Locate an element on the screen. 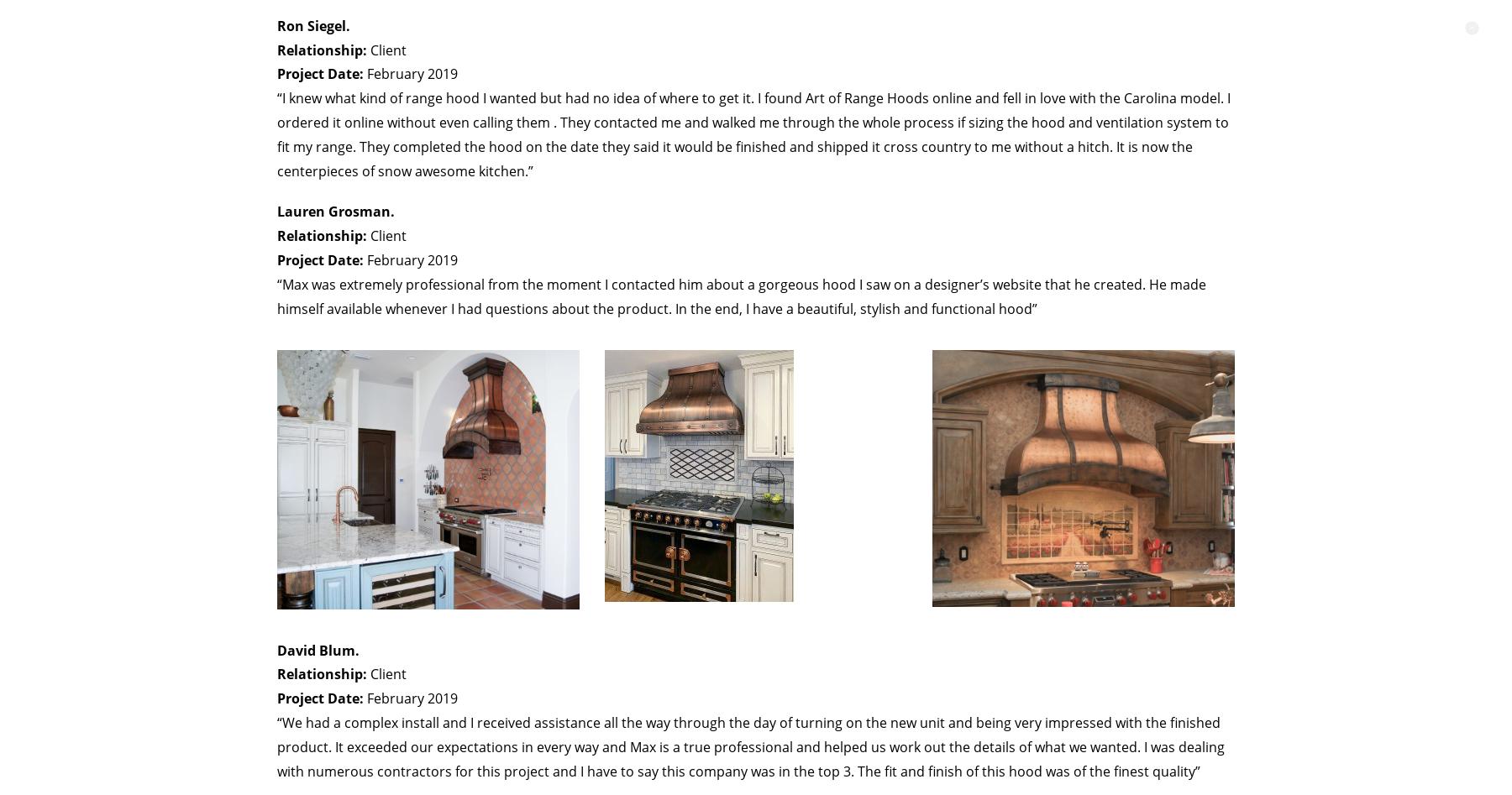 The width and height of the screenshot is (1512, 795). '“I knew what kind of range hood I wanted but had no idea of where to get it. I found Art of Range Hoods online and fell in love with the Carolina model. I ordered it online without even calling them . They contacted me and walked me through the whole process if sizing the hood and ventilation system to fit my range. They completed the hood on the date they said it would be finished and shipped it cross country to me without a hitch. It is now the centerpieces of snow awesome kitchen.”' is located at coordinates (753, 133).